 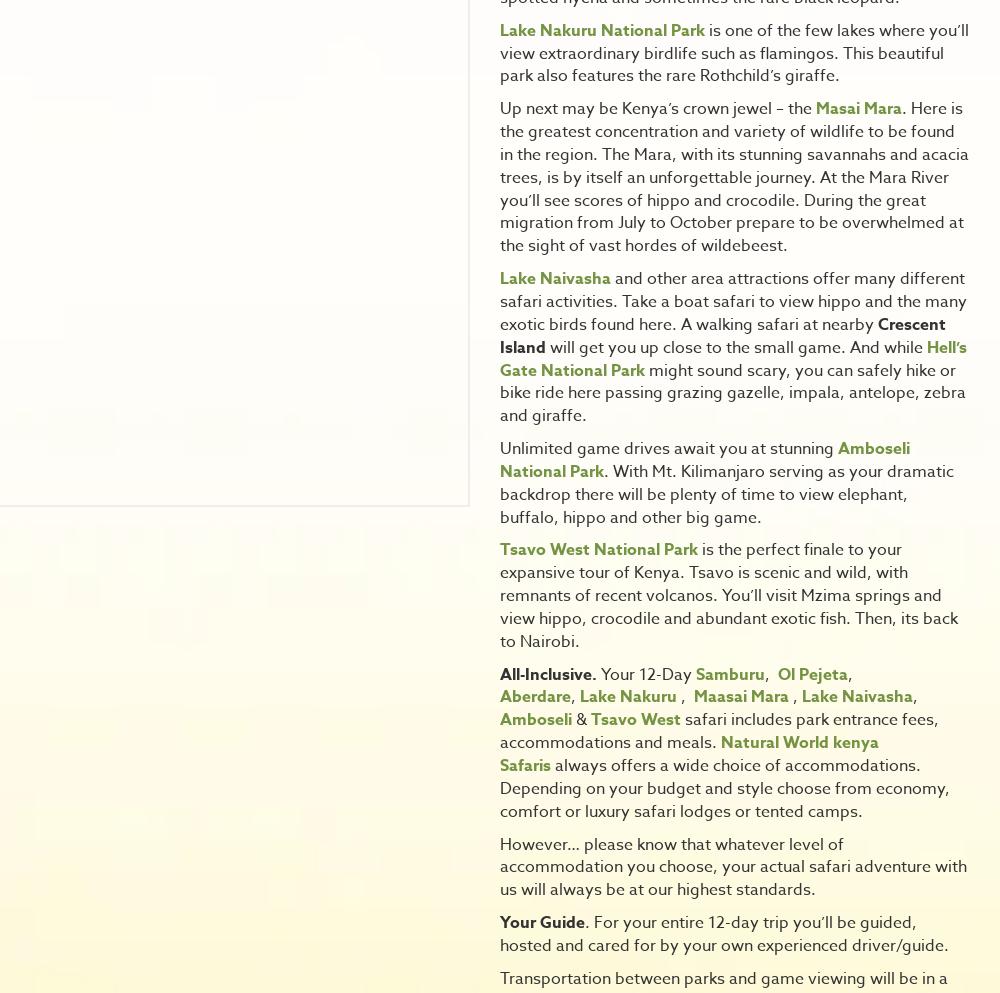 What do you see at coordinates (733, 176) in the screenshot?
I see `'. Here is the greatest concentration and variety of wildlife to be found in the region. The Mara, with its stunning savannahs and acacia trees, is by itself an unforgettable journey. At the Mara River you’ll see scores of hippo and crocodile. During the great migration from July to October prepare to be overwhelmed at the sight of vast hordes of wildebeest.'` at bounding box center [733, 176].